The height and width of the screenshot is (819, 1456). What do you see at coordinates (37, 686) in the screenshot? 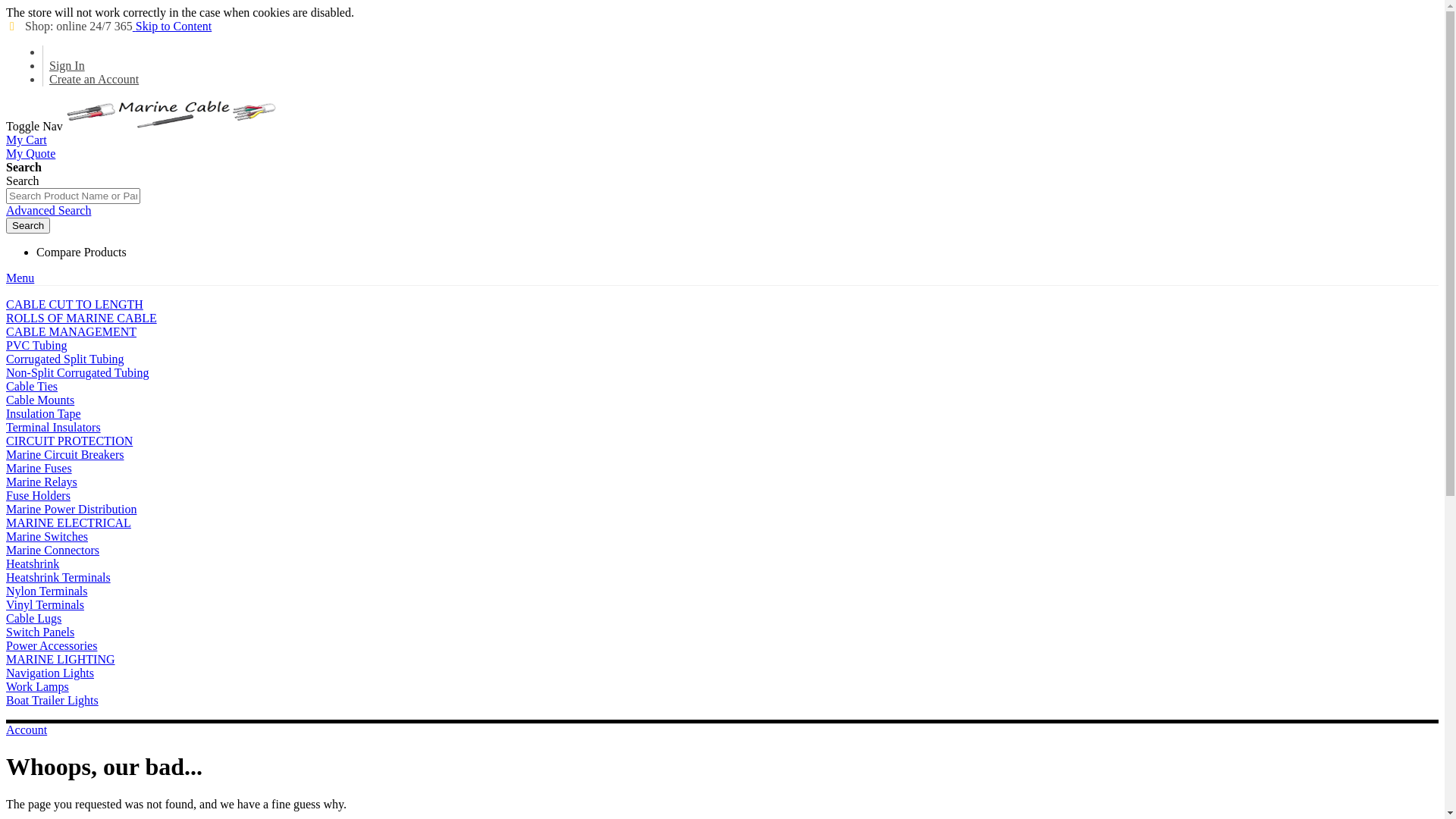
I see `'Work Lamps'` at bounding box center [37, 686].